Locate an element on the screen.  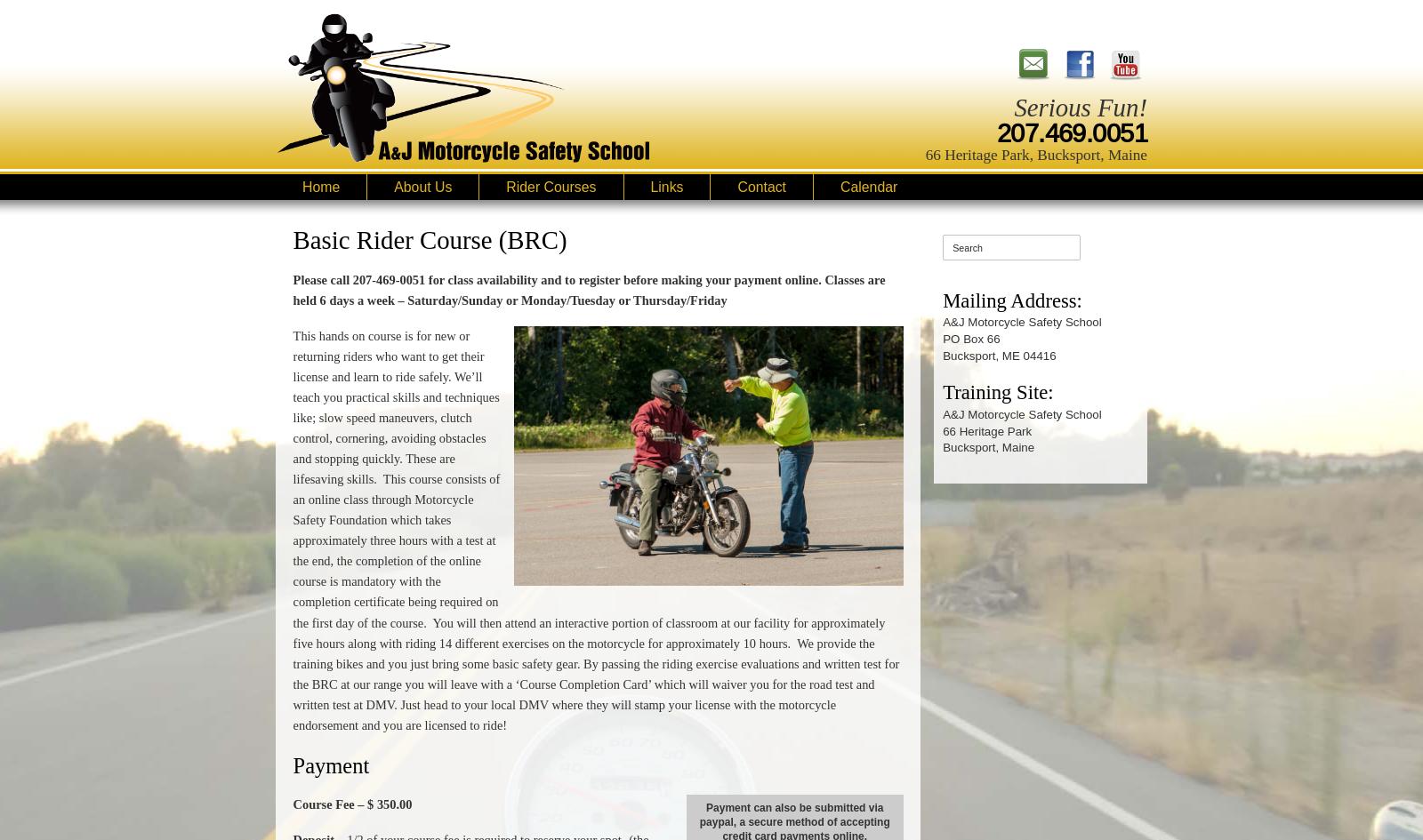
'Contact' is located at coordinates (736, 186).